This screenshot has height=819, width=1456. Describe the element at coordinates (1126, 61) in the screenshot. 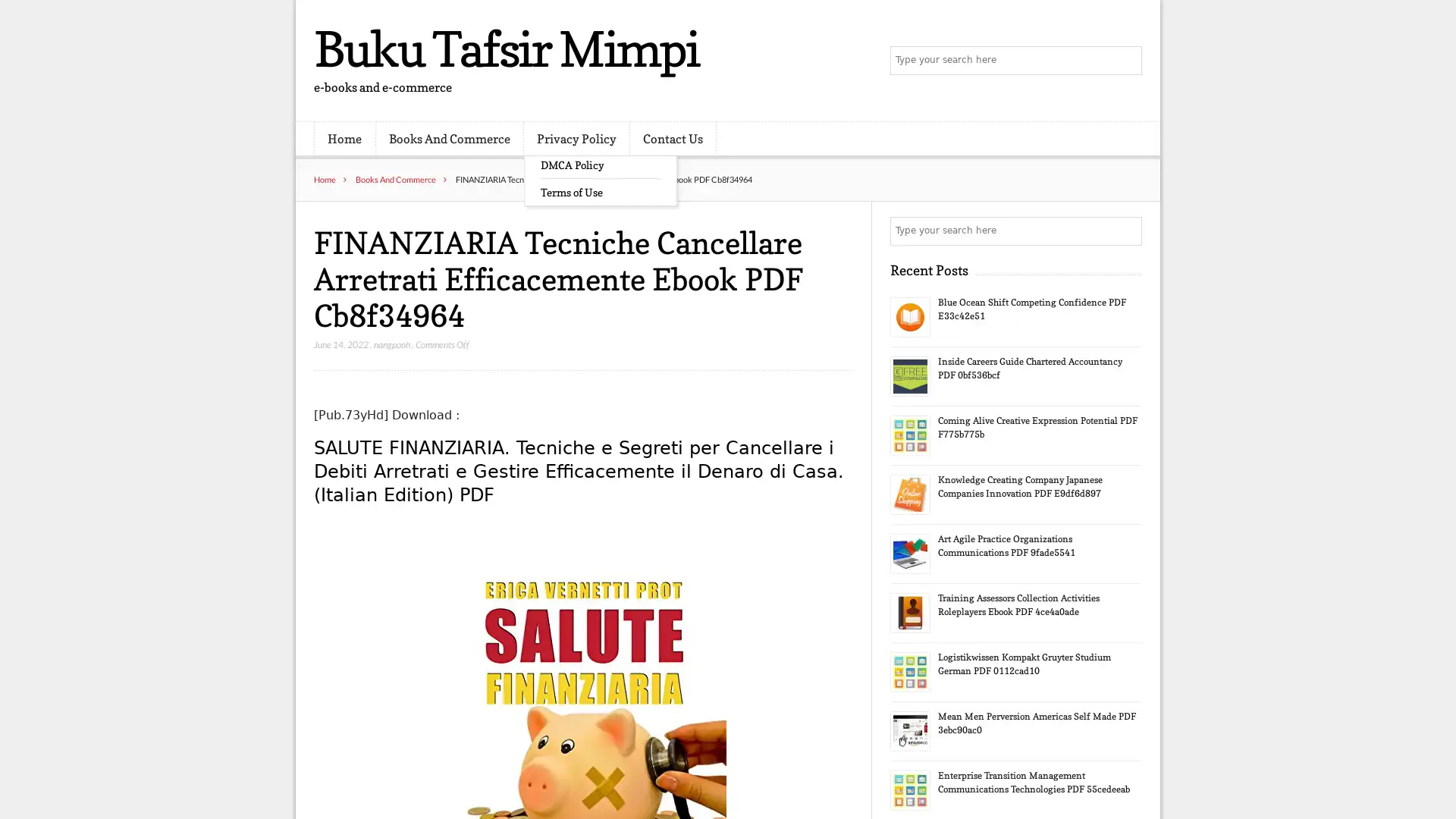

I see `Search` at that location.